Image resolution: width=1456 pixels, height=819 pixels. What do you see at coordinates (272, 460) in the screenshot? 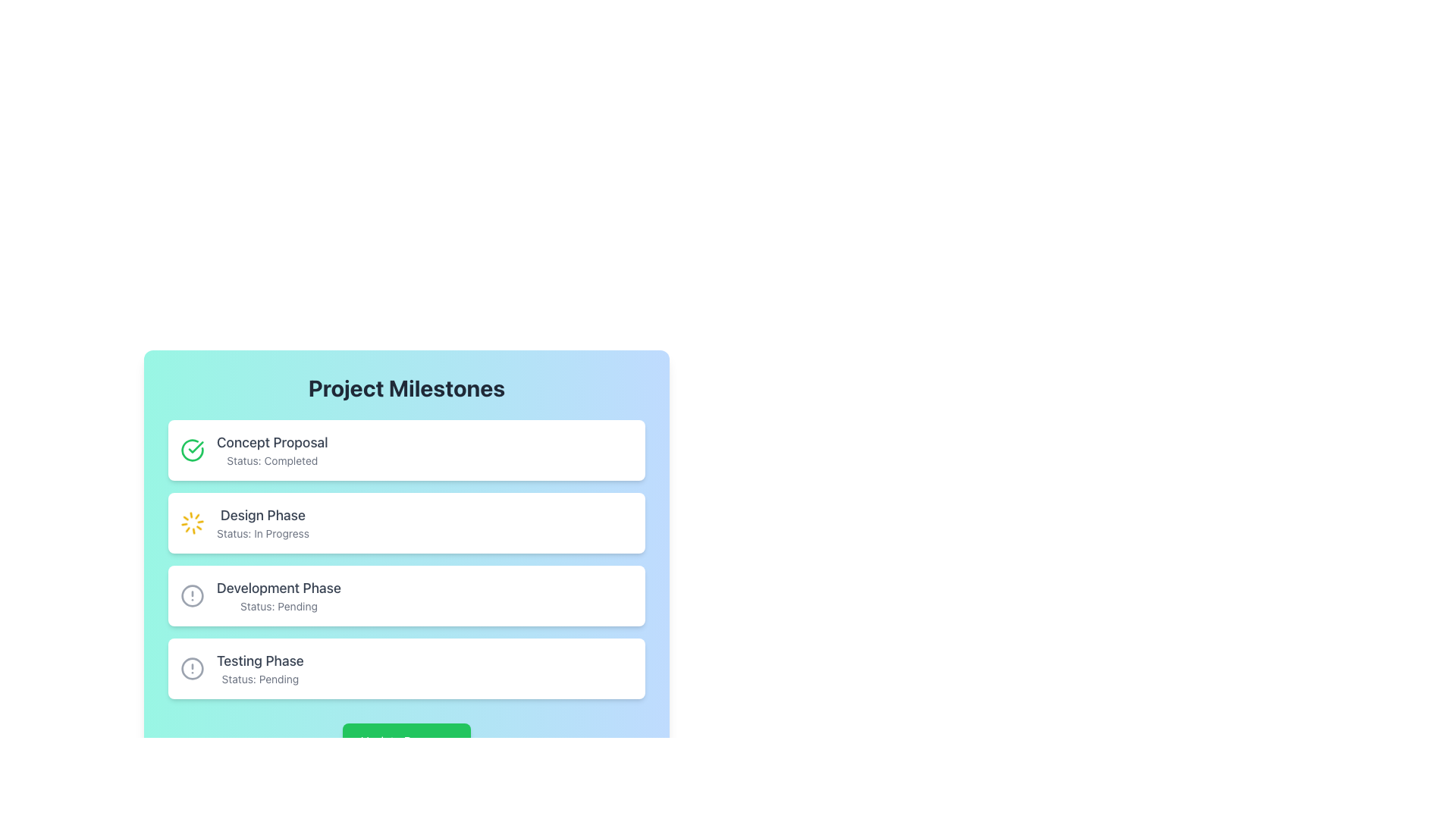
I see `the text label displaying 'Status: Completed', which is styled in small, gray text and located directly below the header 'Concept Proposal' in the first milestone item` at bounding box center [272, 460].